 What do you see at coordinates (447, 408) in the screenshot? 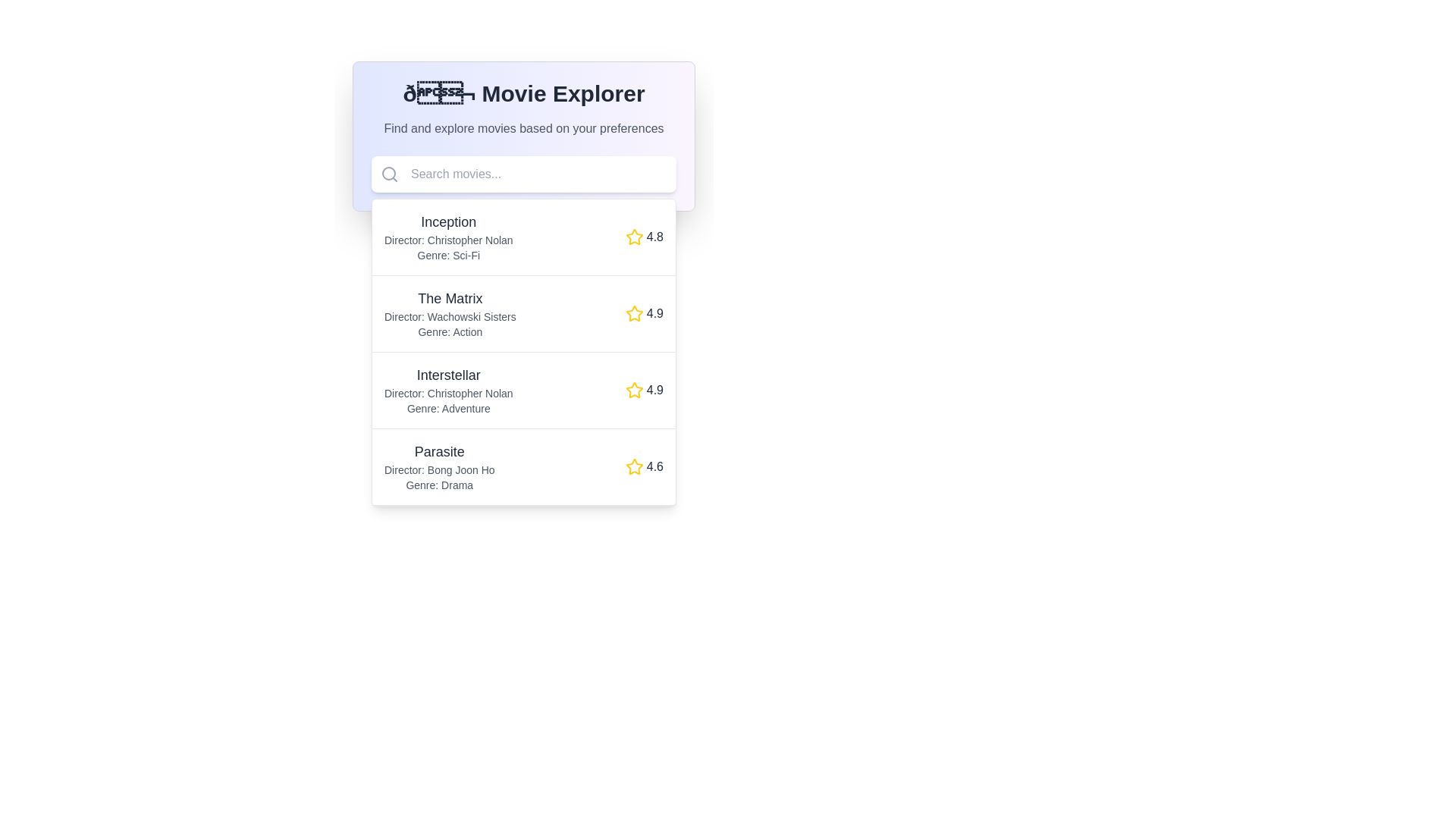
I see `the text label displaying 'Genre: Adventure', which is styled with a smaller font size and grey color, located below 'Director: Christopher Nolan' in the 'Interstellar' movie entry` at bounding box center [447, 408].